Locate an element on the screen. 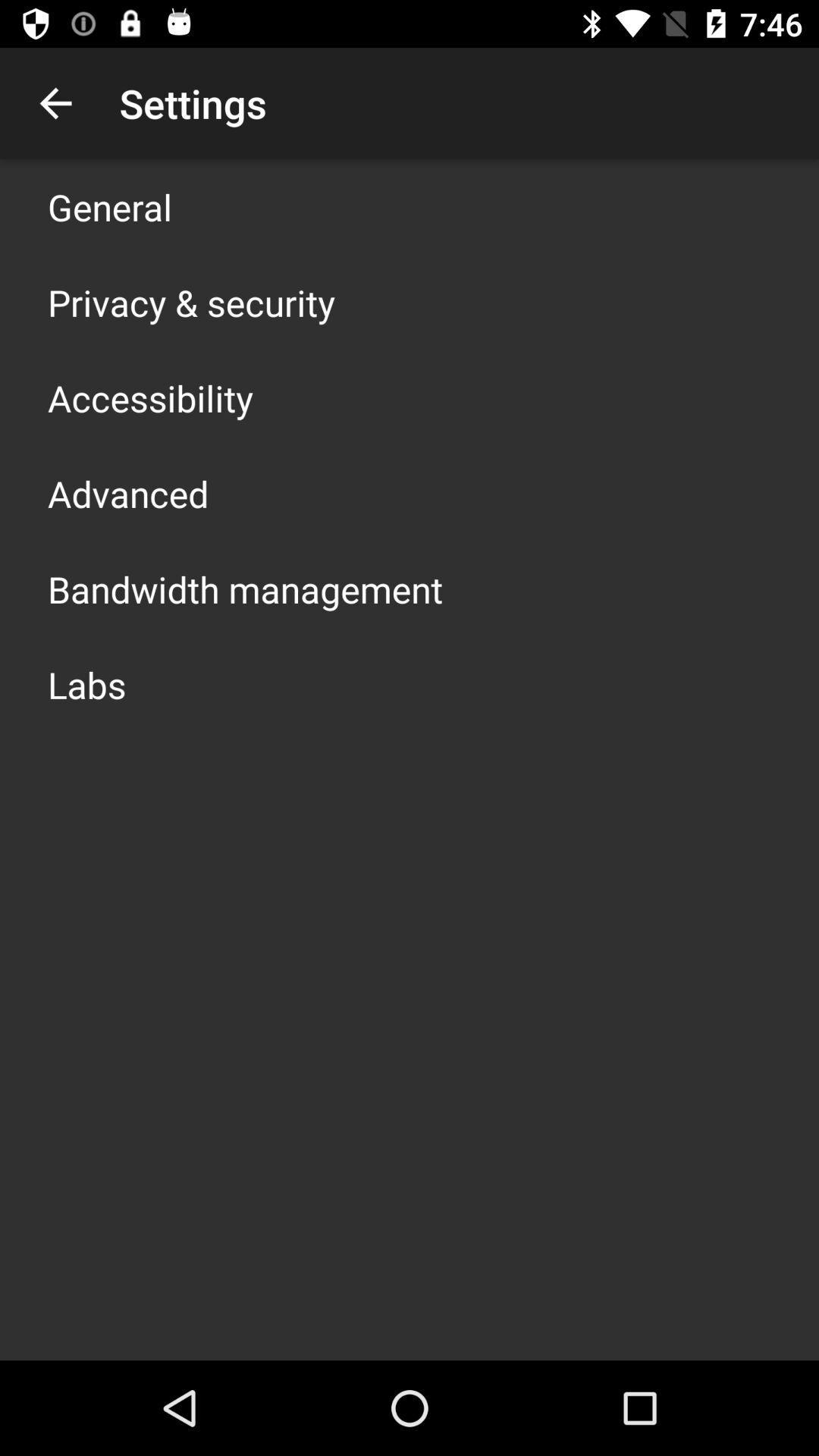 This screenshot has width=819, height=1456. accessibility app is located at coordinates (150, 397).